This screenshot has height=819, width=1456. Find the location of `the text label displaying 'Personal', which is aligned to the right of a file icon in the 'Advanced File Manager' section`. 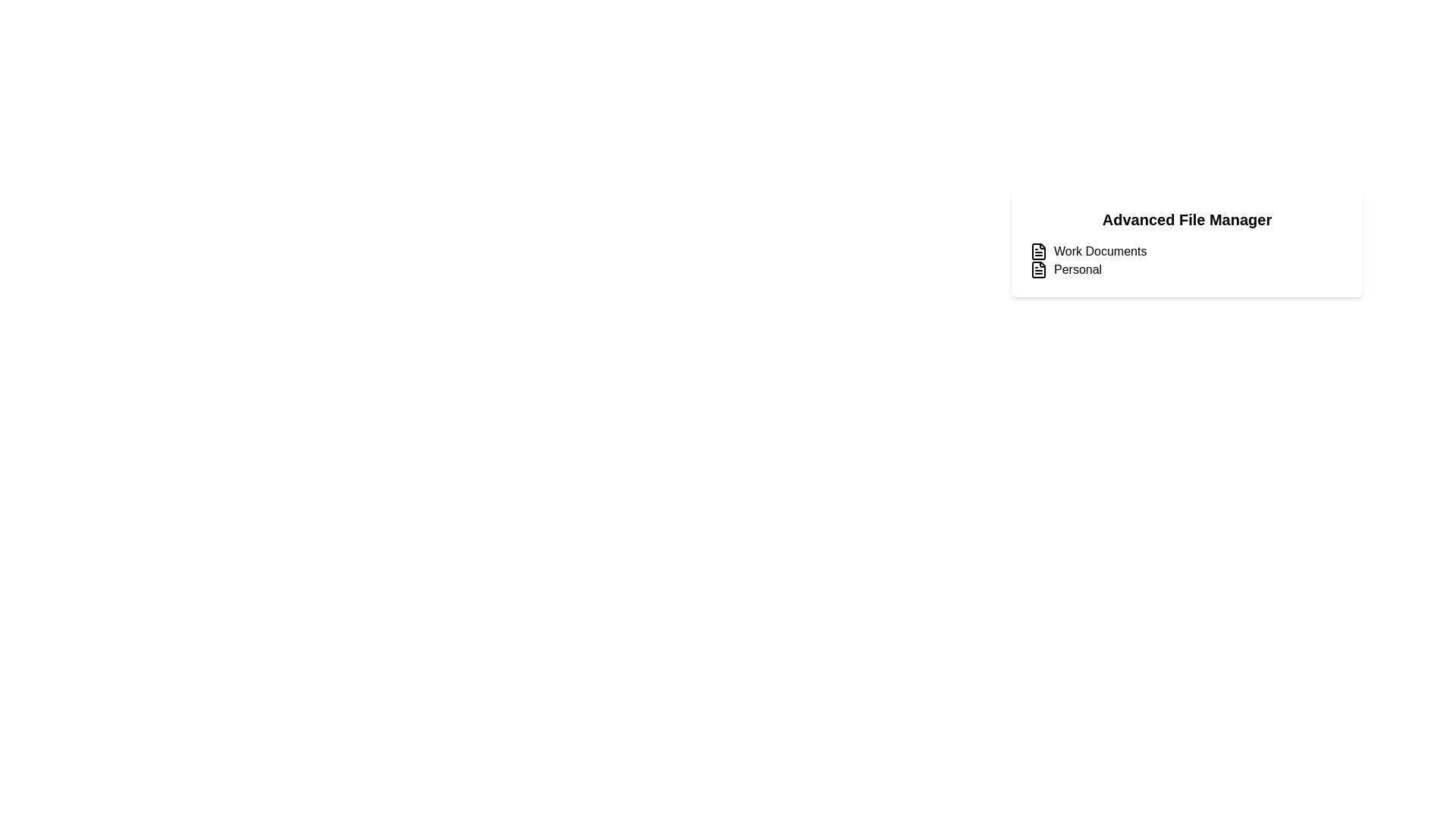

the text label displaying 'Personal', which is aligned to the right of a file icon in the 'Advanced File Manager' section is located at coordinates (1077, 268).